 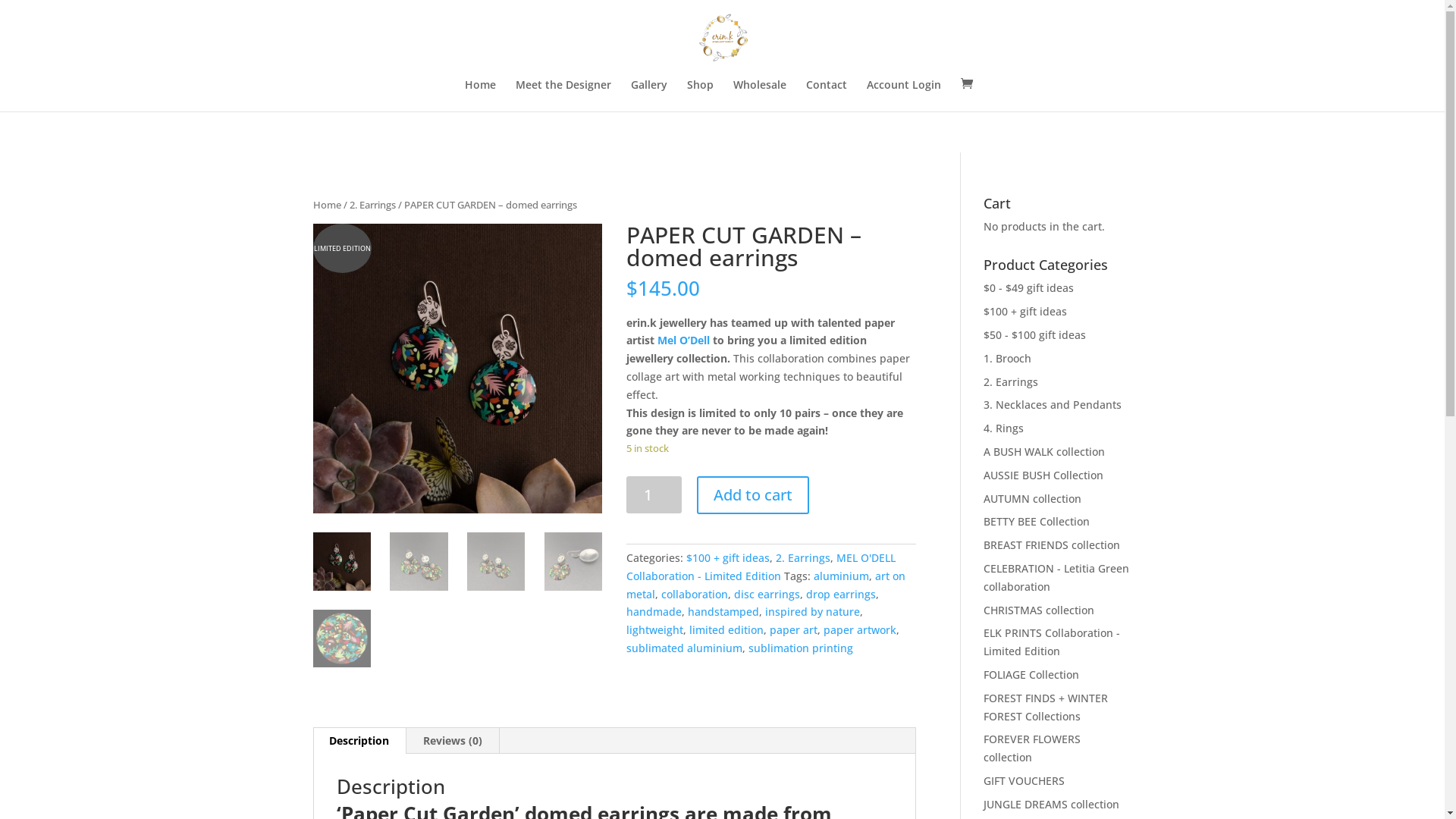 I want to click on 'lightweight', so click(x=626, y=629).